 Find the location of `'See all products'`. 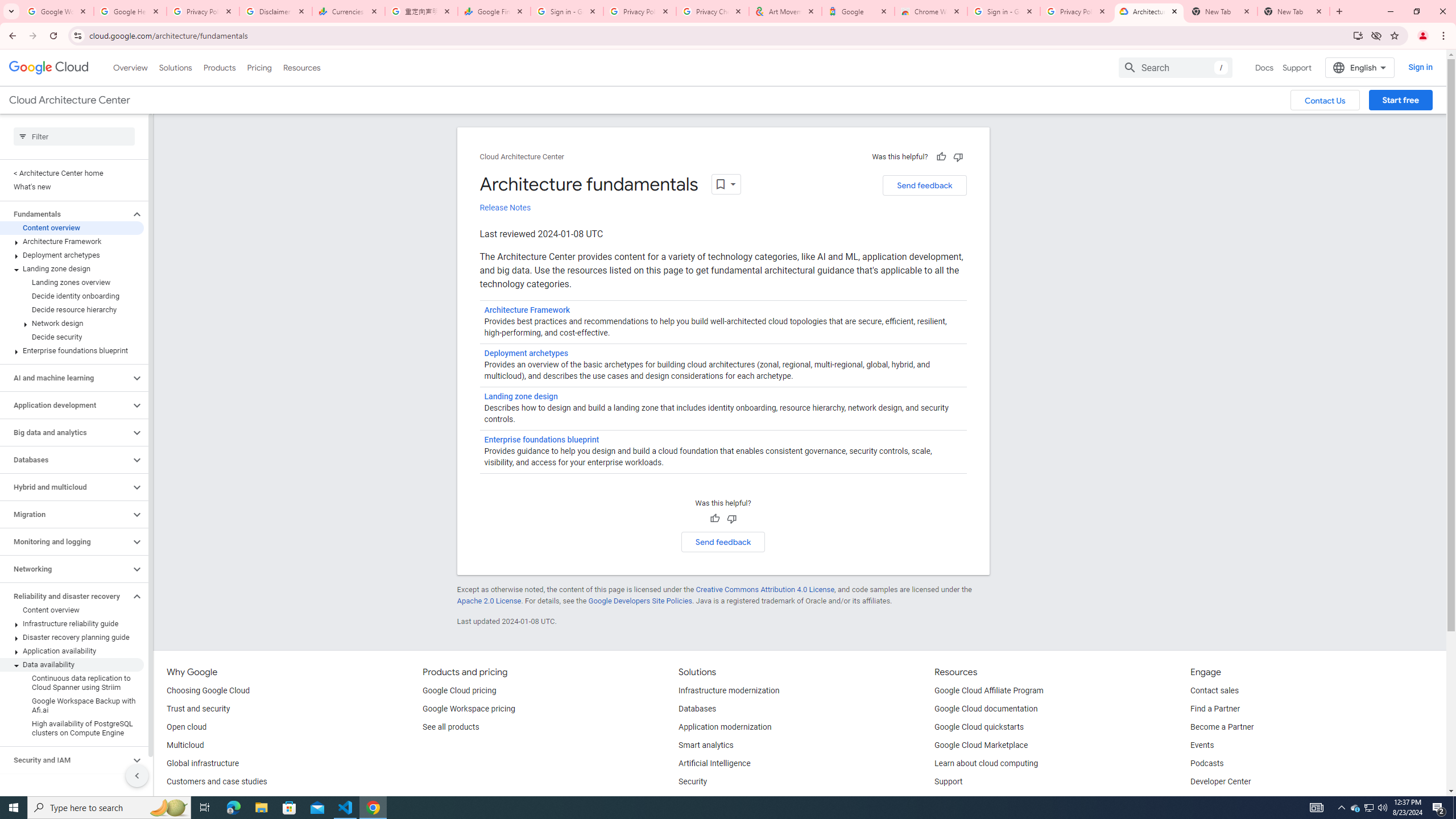

'See all products' is located at coordinates (450, 727).